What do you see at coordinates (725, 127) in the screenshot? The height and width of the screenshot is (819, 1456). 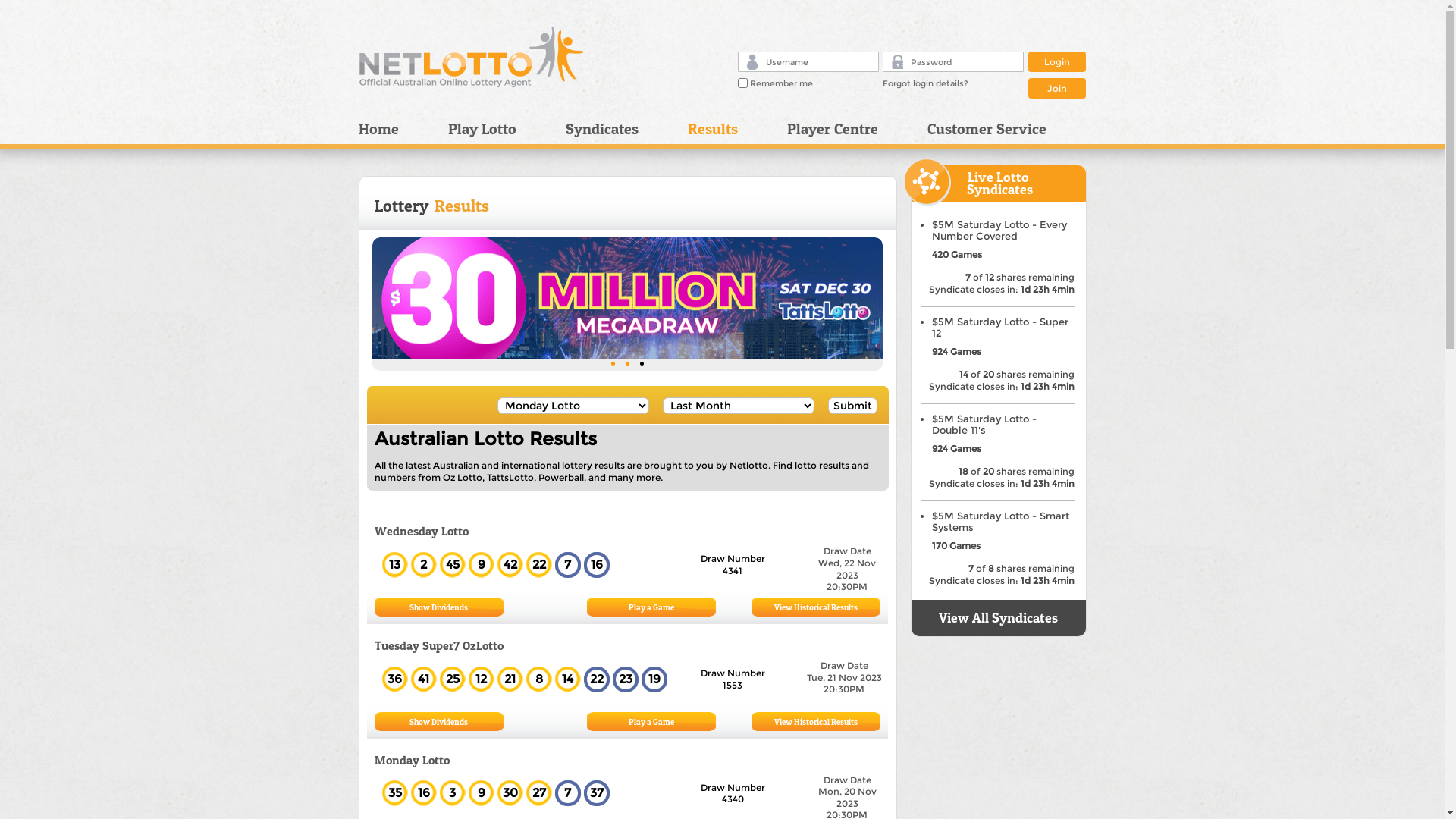 I see `'Results'` at bounding box center [725, 127].